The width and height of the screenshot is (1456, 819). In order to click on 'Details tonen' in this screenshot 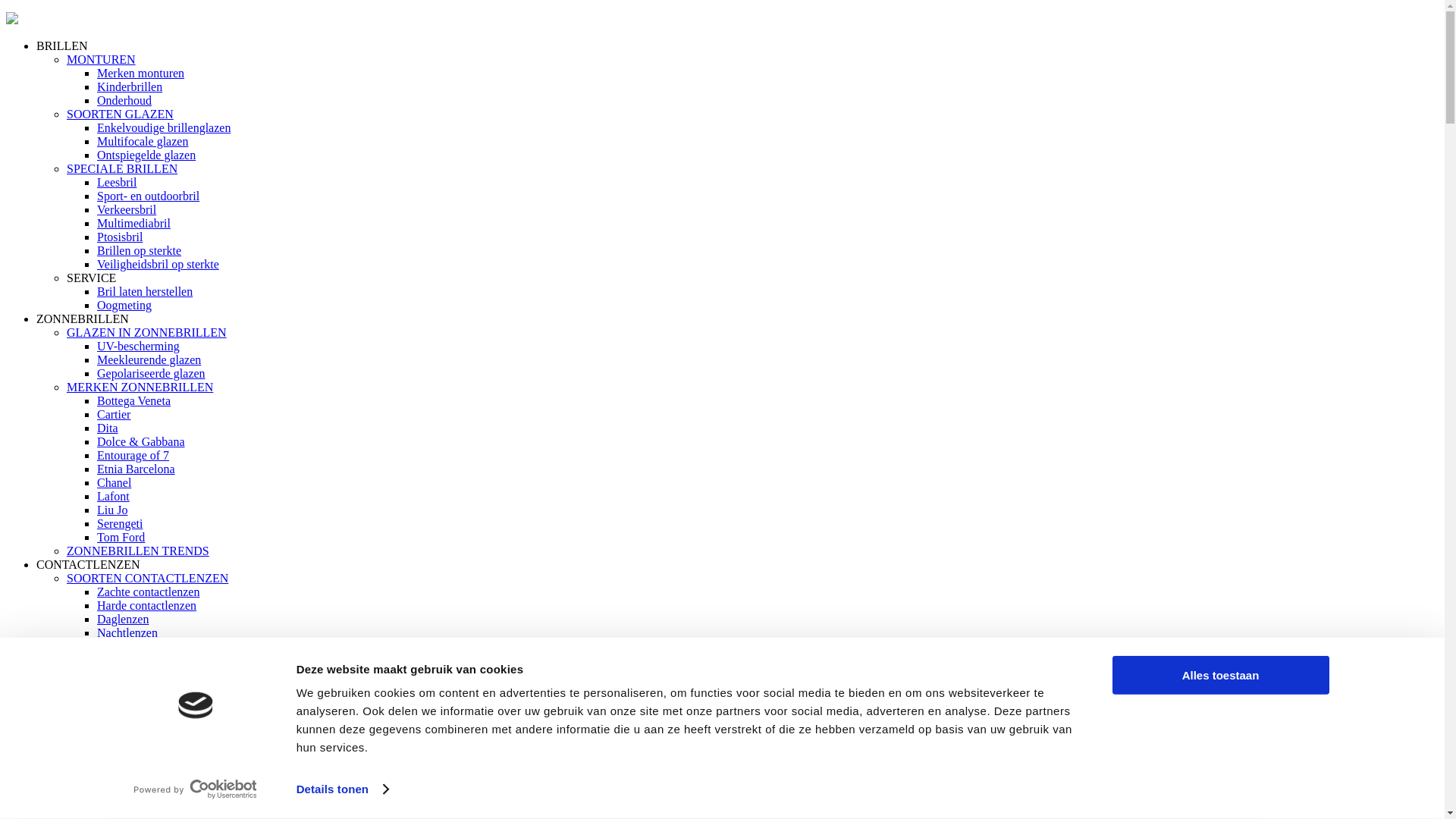, I will do `click(341, 789)`.